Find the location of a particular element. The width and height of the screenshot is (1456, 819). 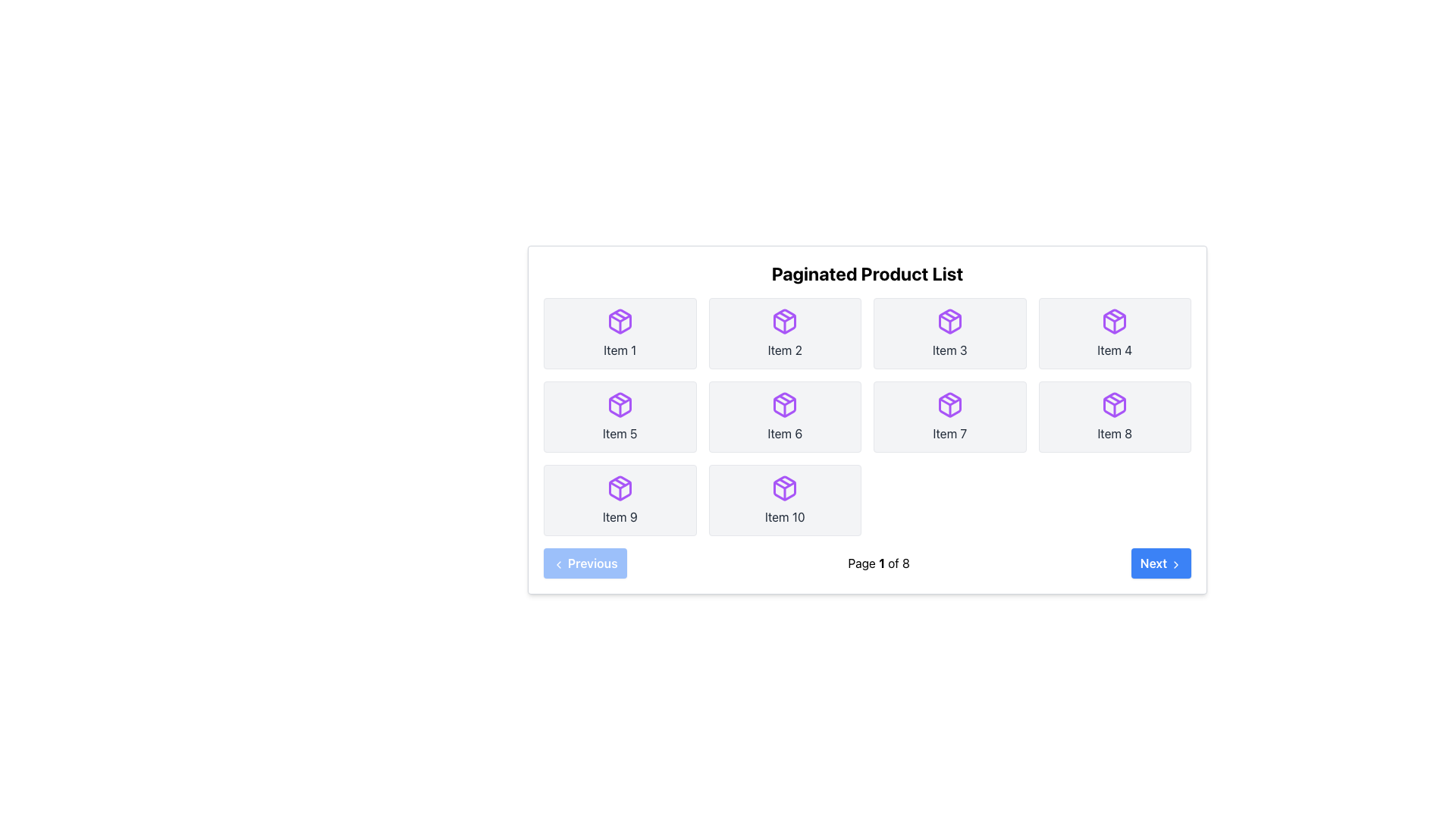

the grid item representing 'Item 10' in the bottom-right corner of the product list is located at coordinates (785, 500).